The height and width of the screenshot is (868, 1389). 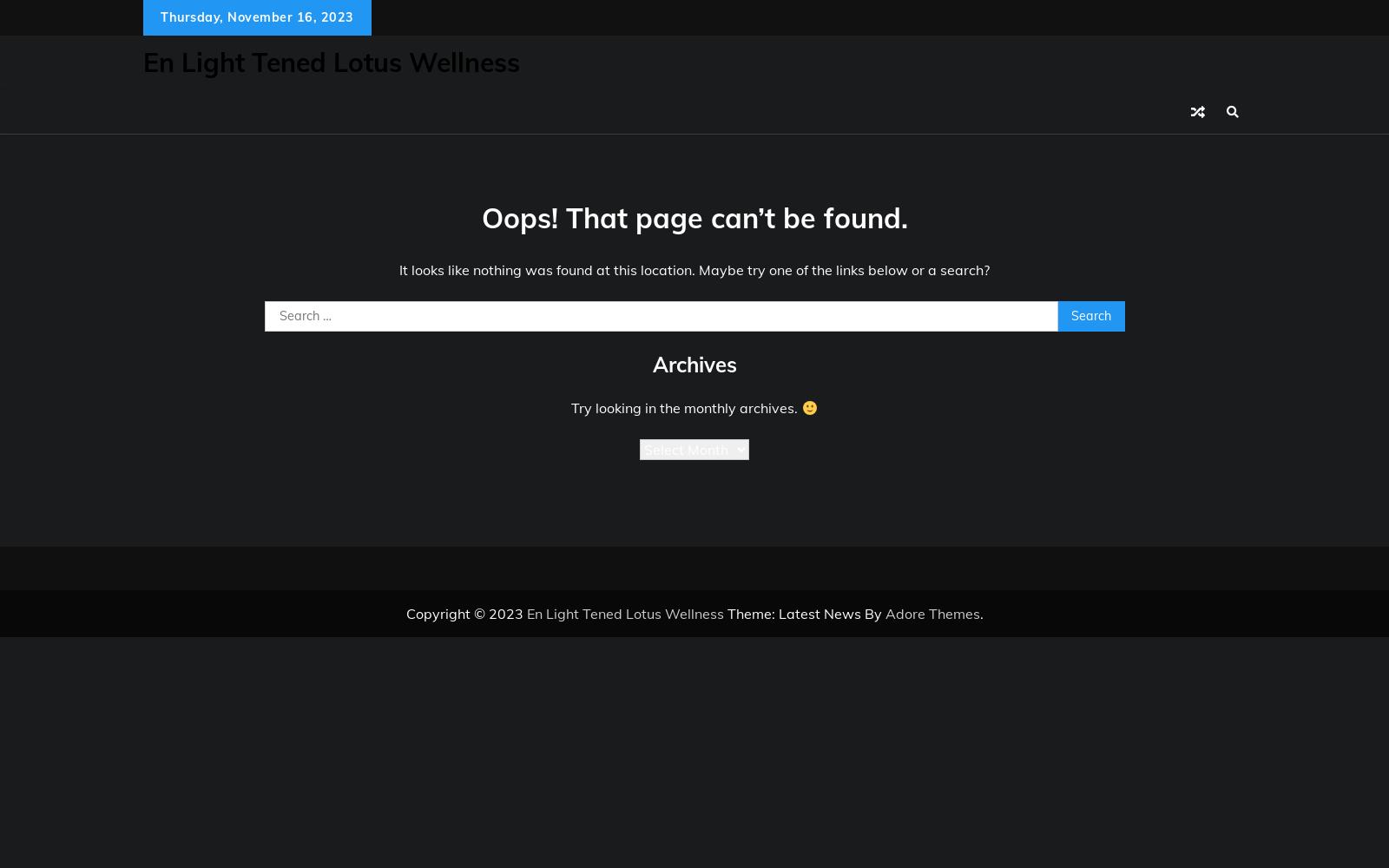 What do you see at coordinates (802, 613) in the screenshot?
I see `'Theme: Latest News By'` at bounding box center [802, 613].